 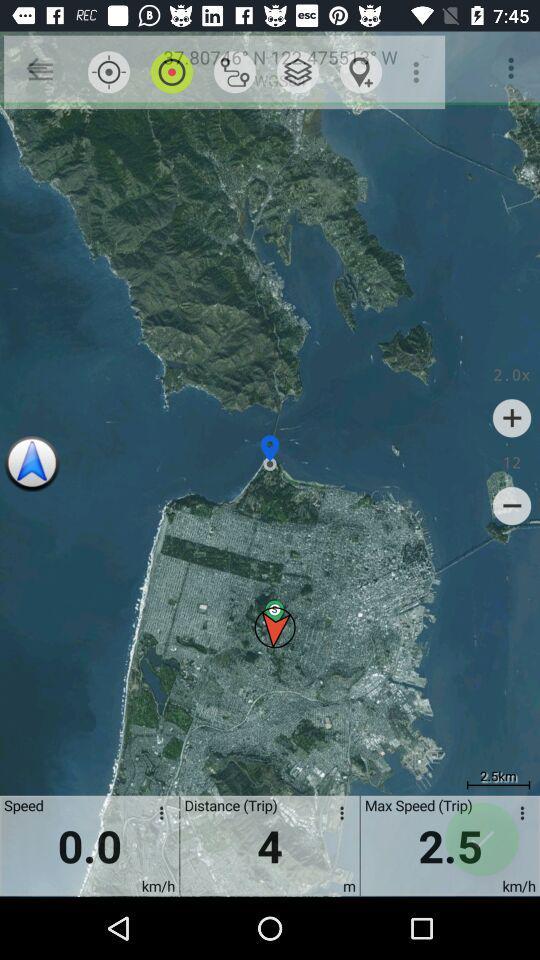 What do you see at coordinates (234, 72) in the screenshot?
I see `icon above distance (trip) icon` at bounding box center [234, 72].